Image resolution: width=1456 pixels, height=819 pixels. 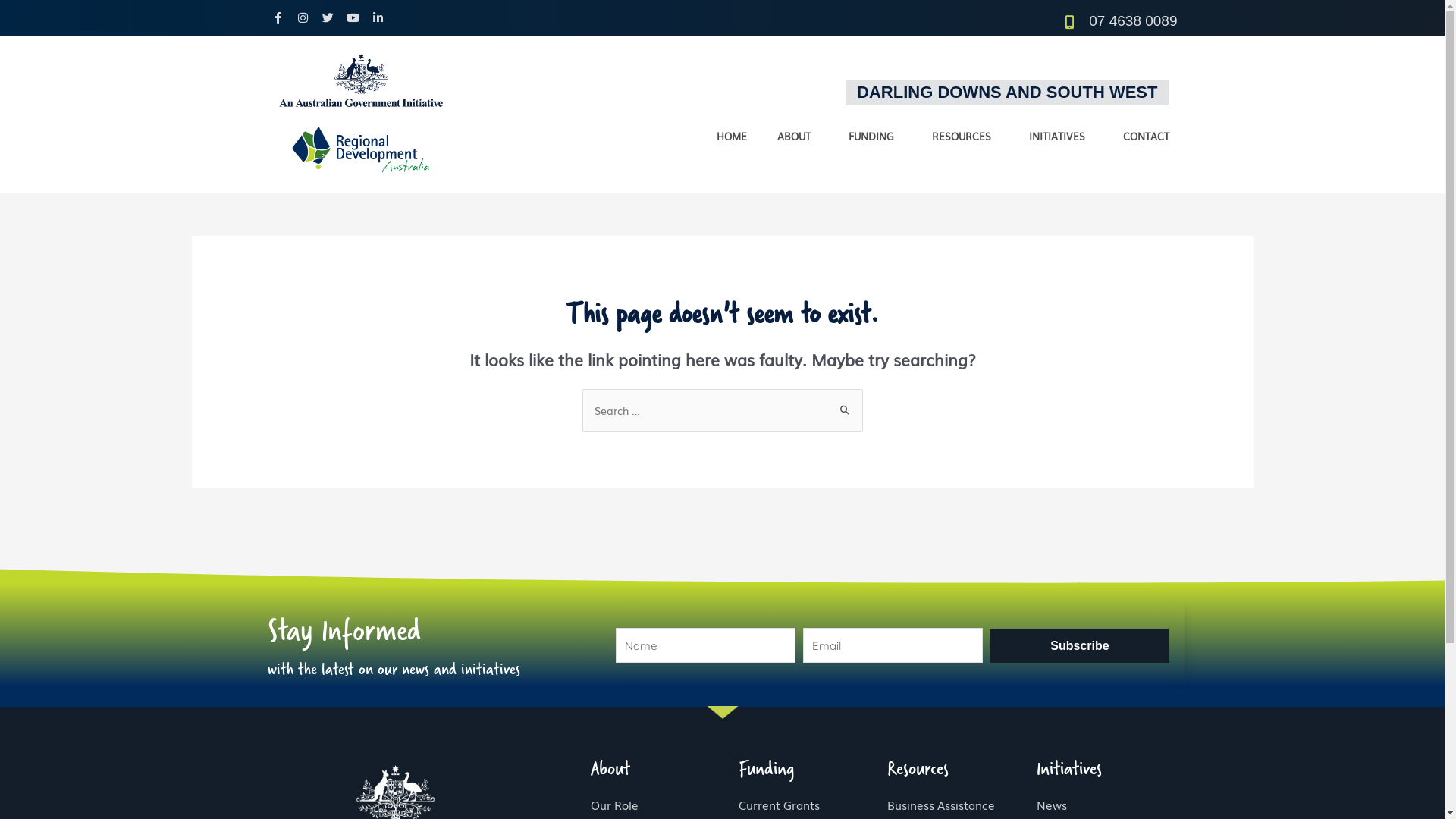 I want to click on 'FUNDING', so click(x=874, y=135).